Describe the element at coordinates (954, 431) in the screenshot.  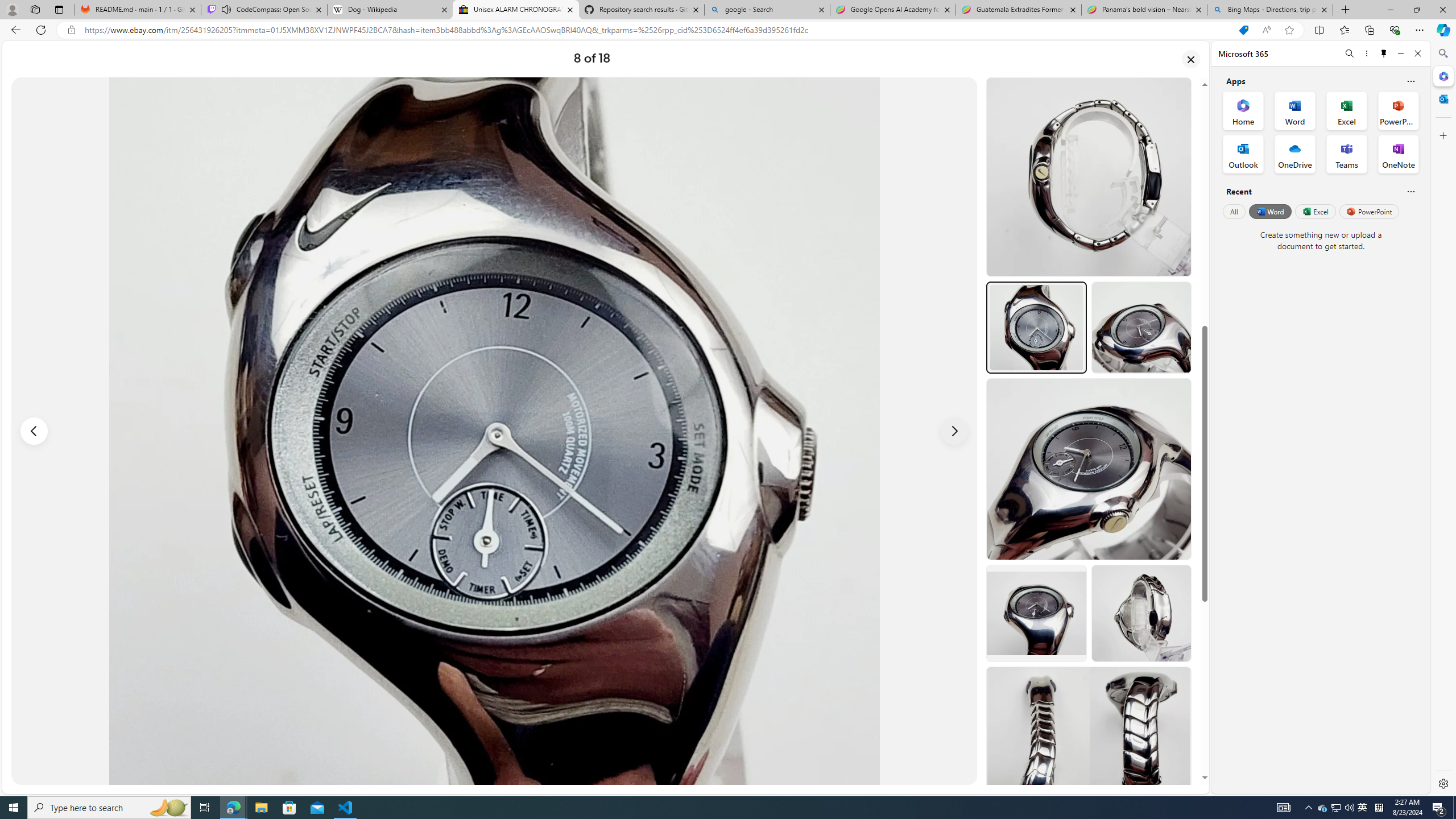
I see `'Next image - Item images thumbnails'` at that location.